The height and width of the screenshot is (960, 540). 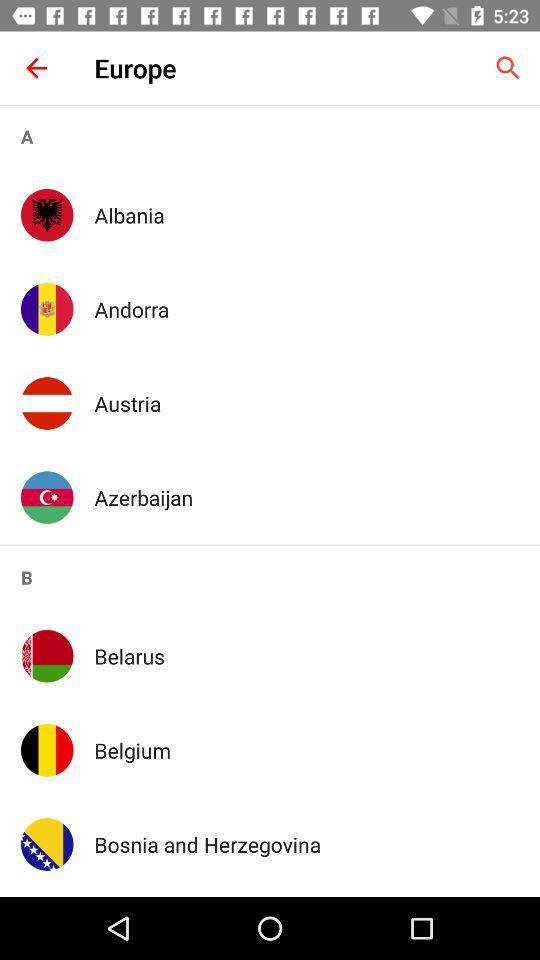 I want to click on the icon above the austria icon, so click(x=306, y=309).